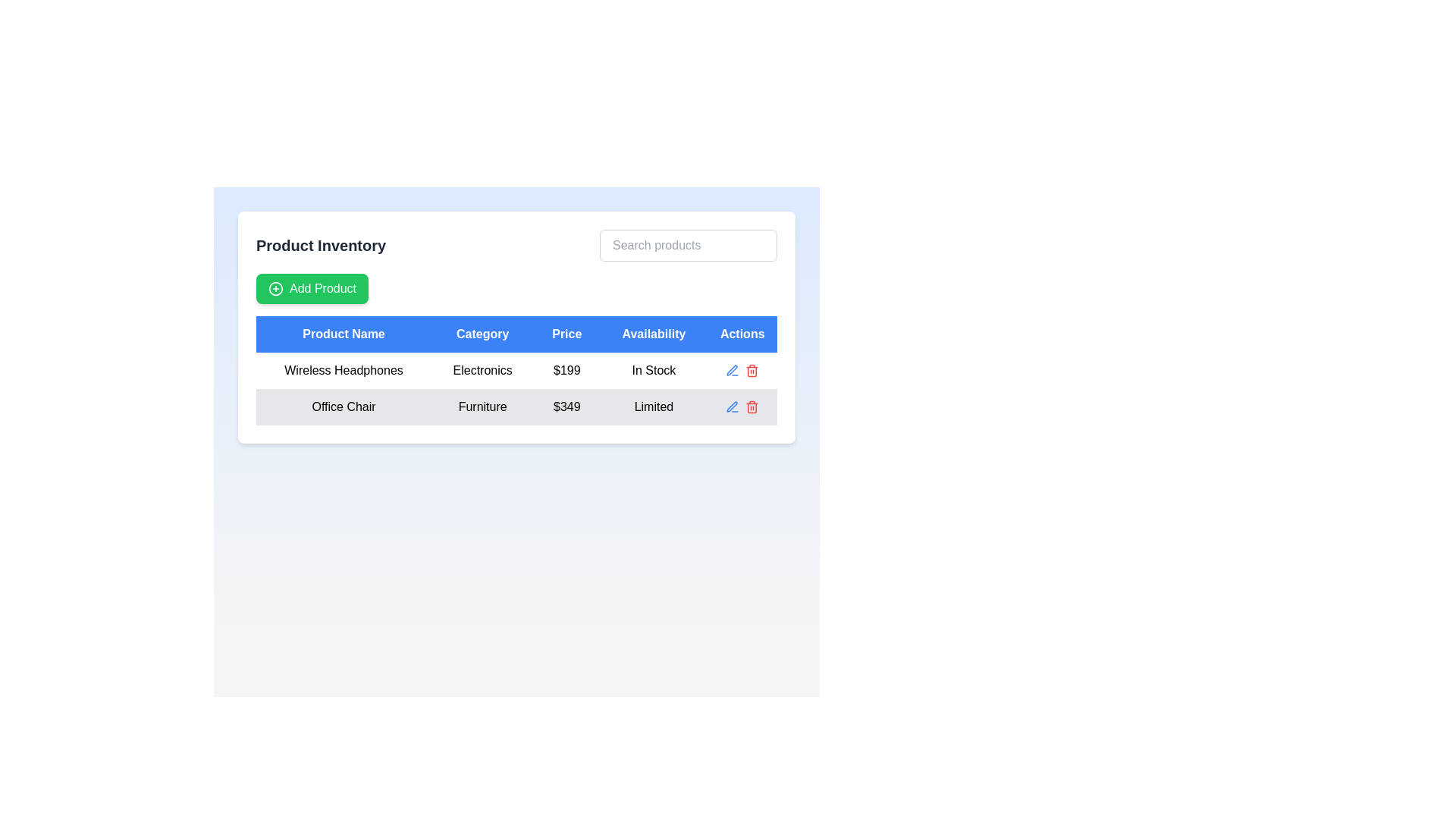 The height and width of the screenshot is (819, 1456). Describe the element at coordinates (566, 333) in the screenshot. I see `the Table Header Cell labeled 'Price', which is a blue button with white text, located in the header row between 'Category' and 'Availability'` at that location.